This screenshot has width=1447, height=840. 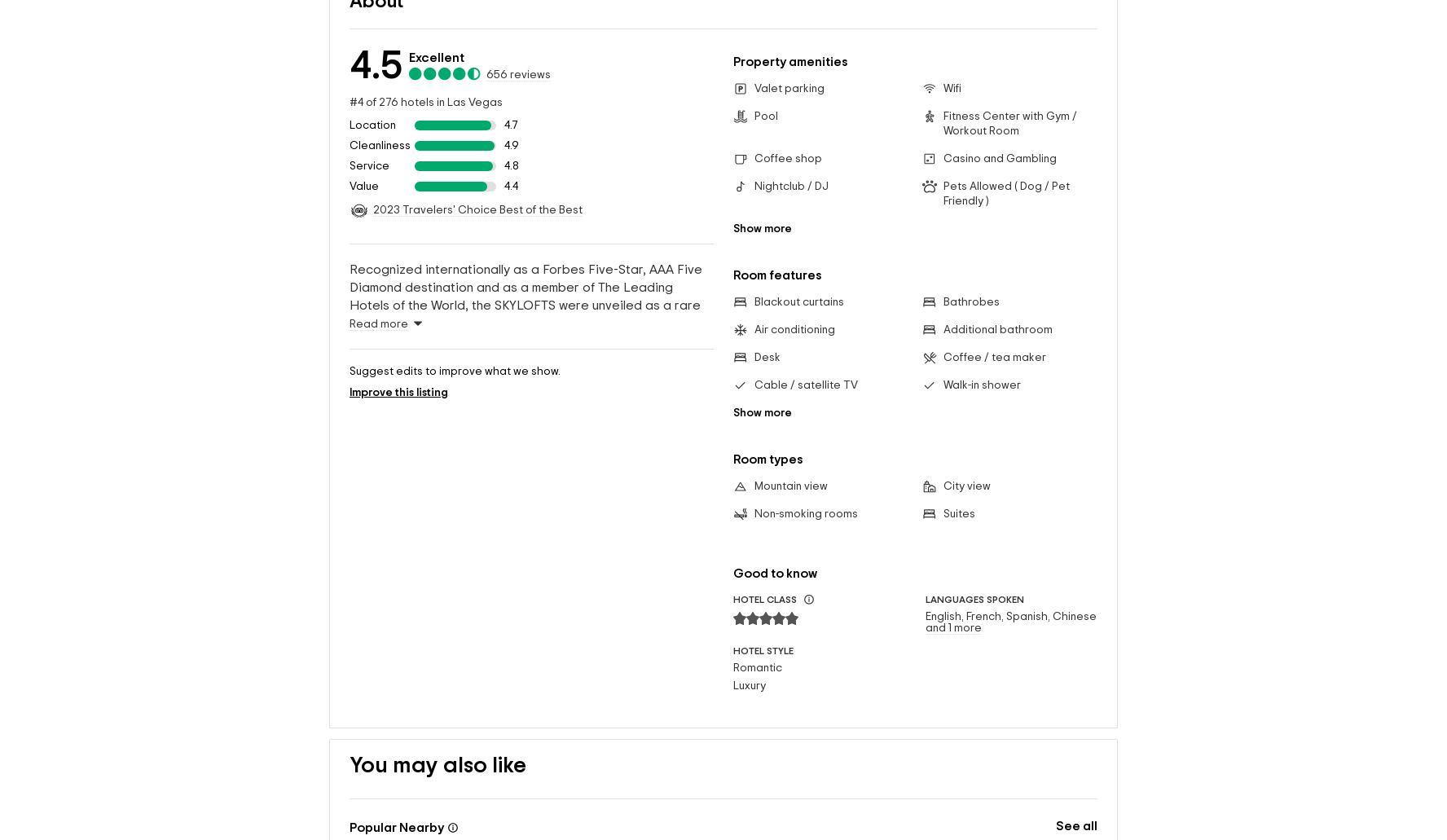 I want to click on 'See all', so click(x=1075, y=799).